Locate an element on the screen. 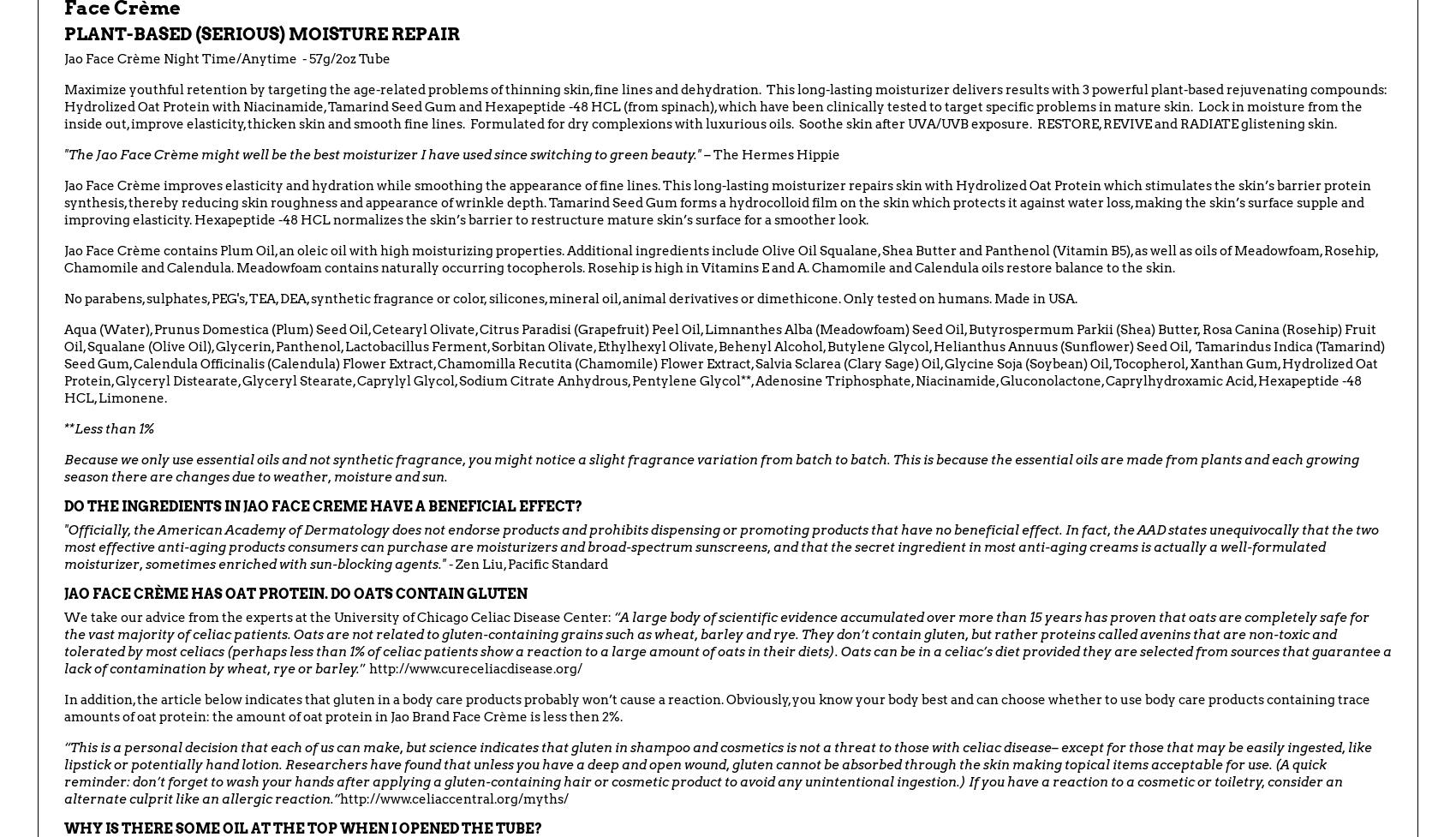 This screenshot has height=837, width=1456. 'Jao Face Crème contains Plum Oil, an oleic oil with high moisturizing properties. Additional ingredients include Olive Oil Squalane, Shea Butter and Panthenol (Vitamin B5), as well as oils of Meadowfoam, Rosehip, Chamomile and Calendula. Meadowfoam contains naturally occurring tocopherols. Rosehip is high in Vitamins E and A. Chamomile and Calendula oils restore balance to the skin.' is located at coordinates (63, 258).